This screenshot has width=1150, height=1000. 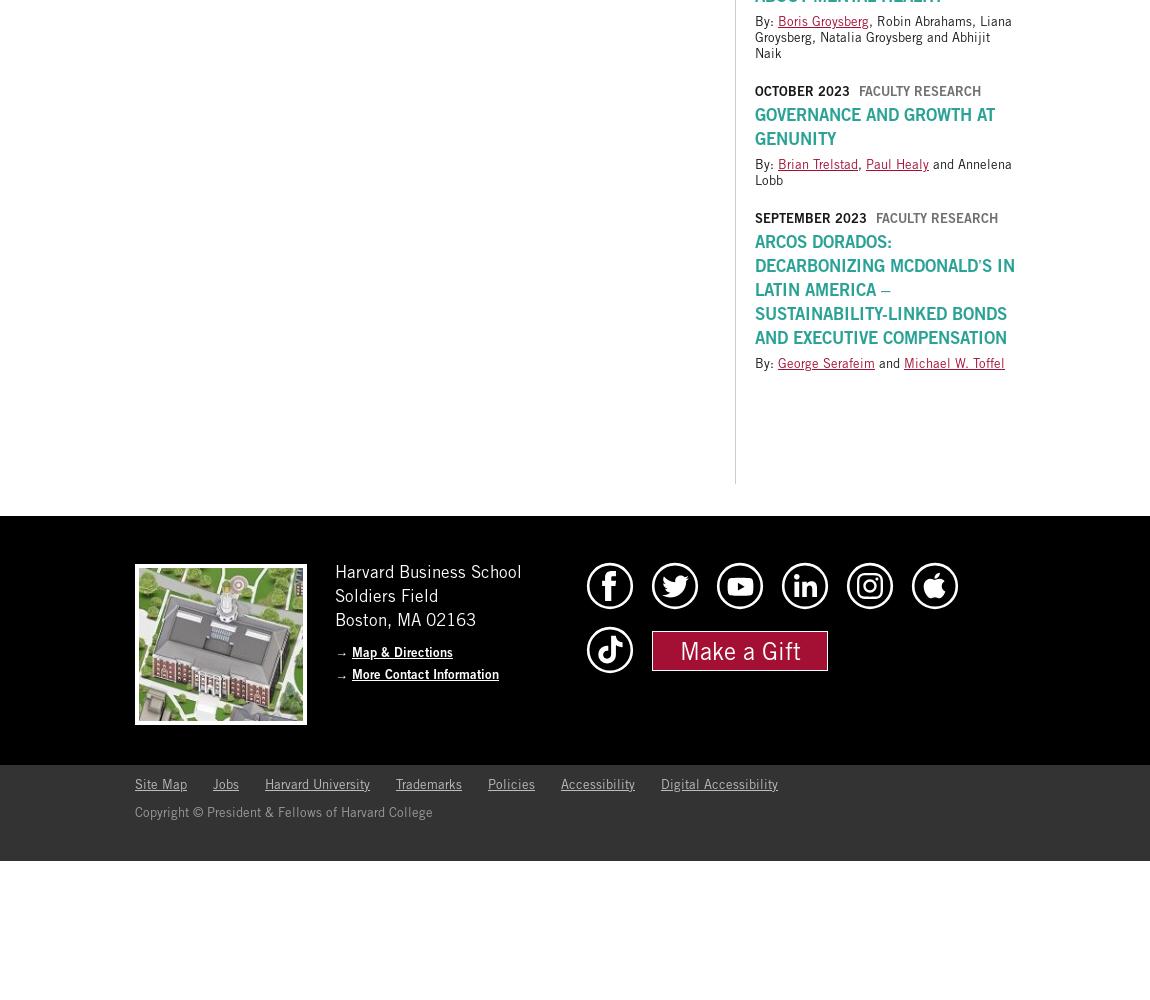 What do you see at coordinates (718, 783) in the screenshot?
I see `'Digital Accessibility'` at bounding box center [718, 783].